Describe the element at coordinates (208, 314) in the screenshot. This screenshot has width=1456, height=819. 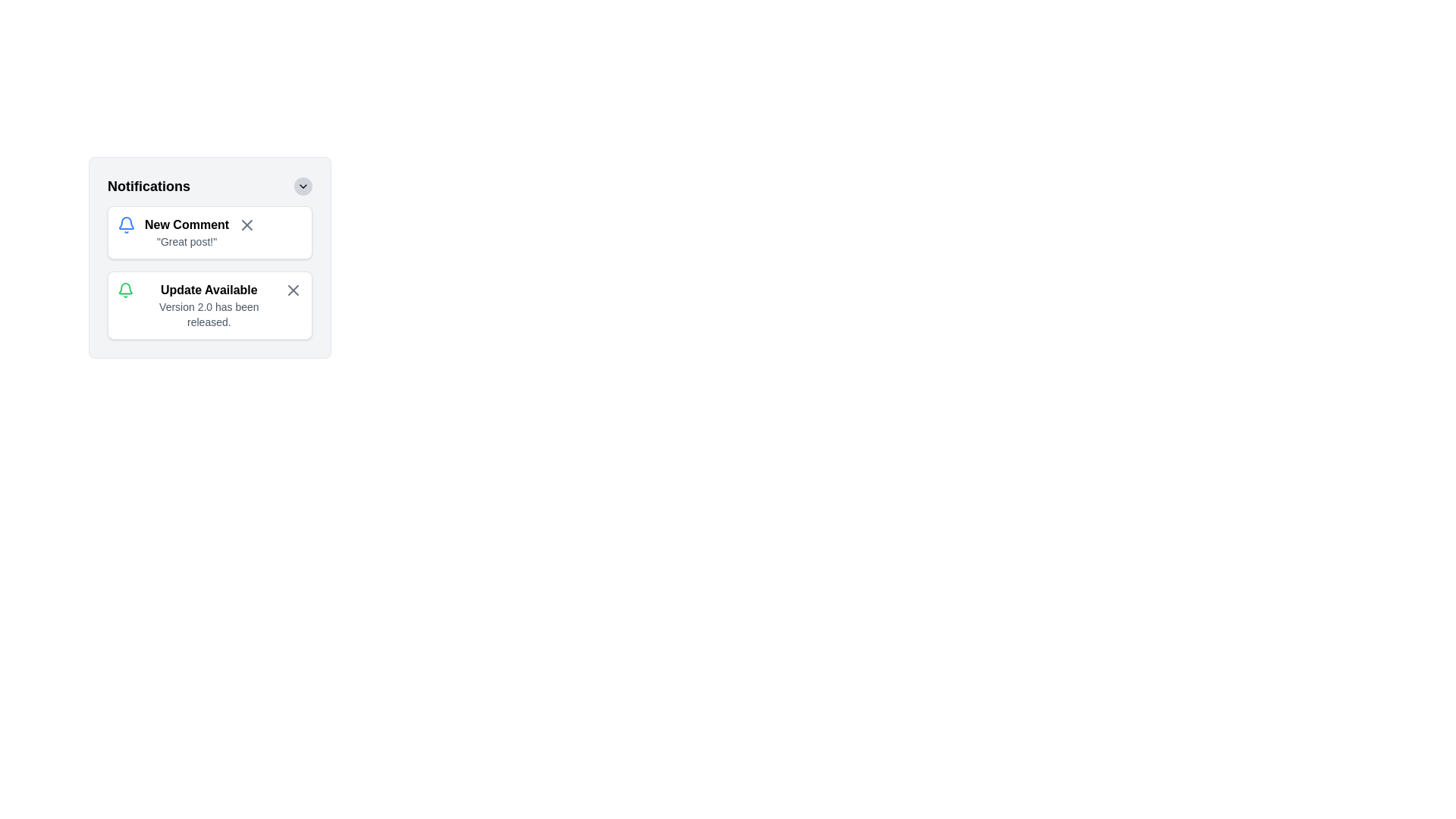
I see `descriptive message about the update announcing the release of Version 2.0 located within the notification card titled 'Update Available.'` at that location.